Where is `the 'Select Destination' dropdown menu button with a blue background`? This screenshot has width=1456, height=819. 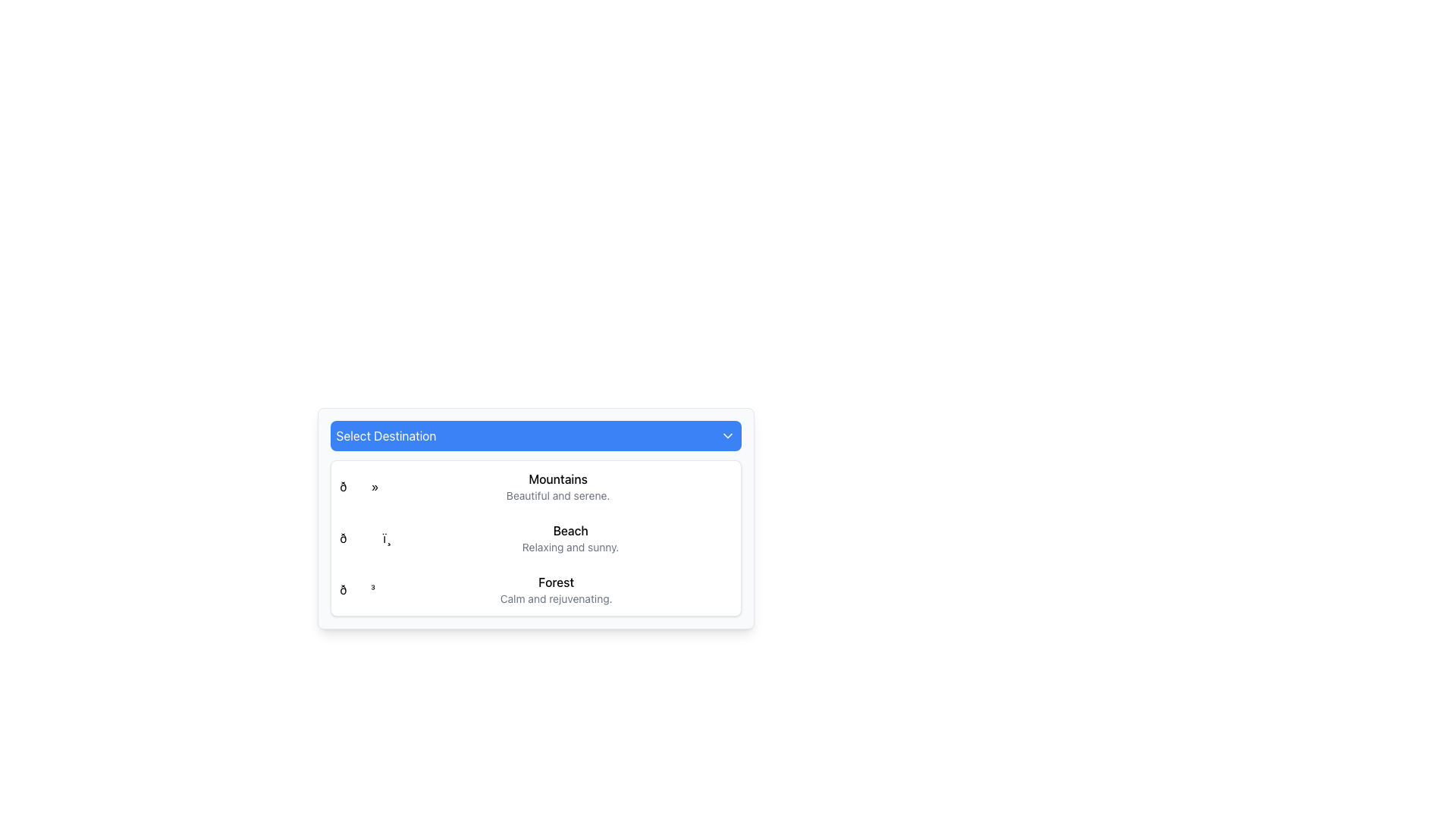 the 'Select Destination' dropdown menu button with a blue background is located at coordinates (535, 435).